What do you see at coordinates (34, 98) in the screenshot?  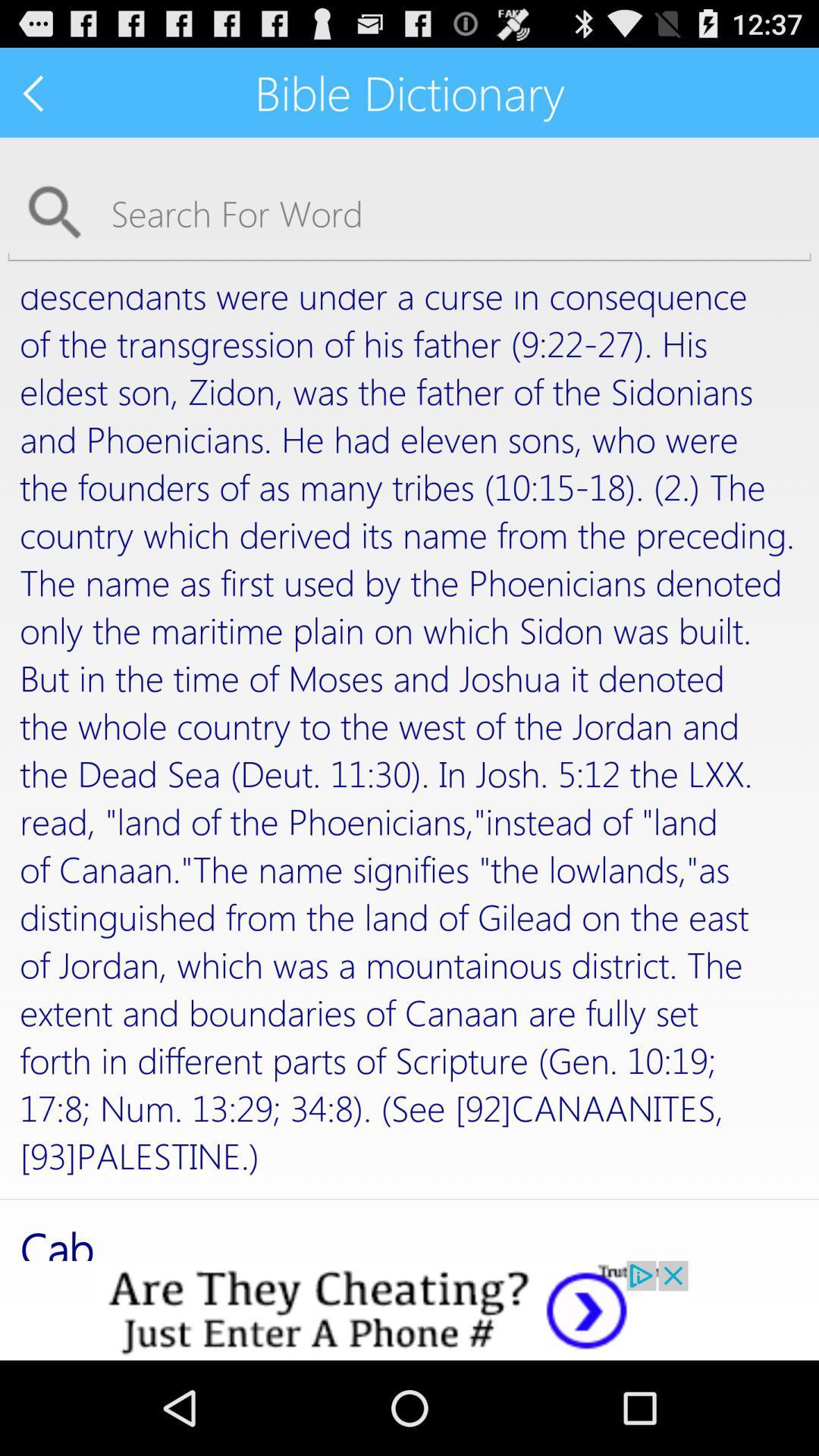 I see `the arrow_backward icon` at bounding box center [34, 98].